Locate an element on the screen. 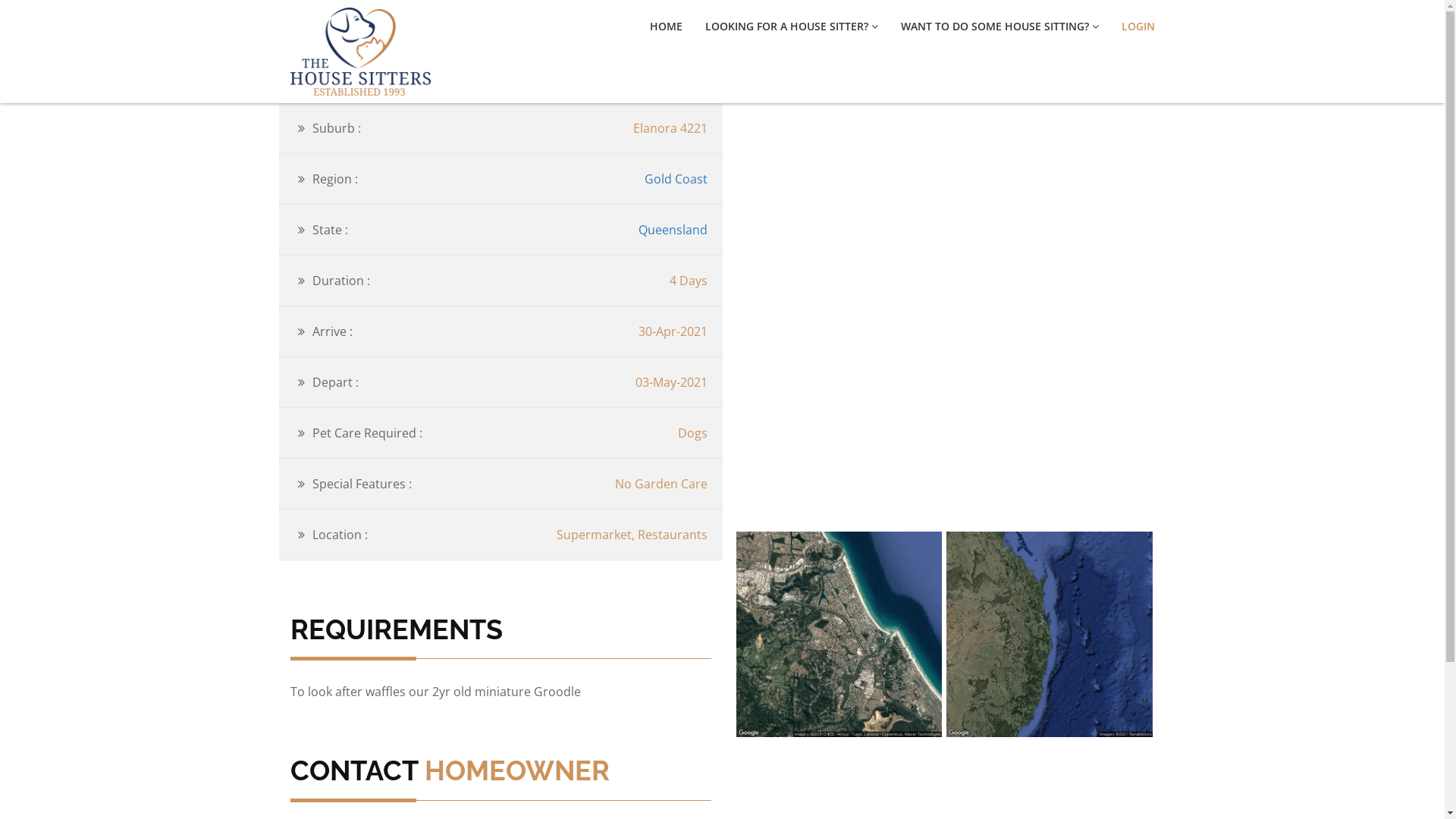  'Gold Coast' is located at coordinates (675, 177).